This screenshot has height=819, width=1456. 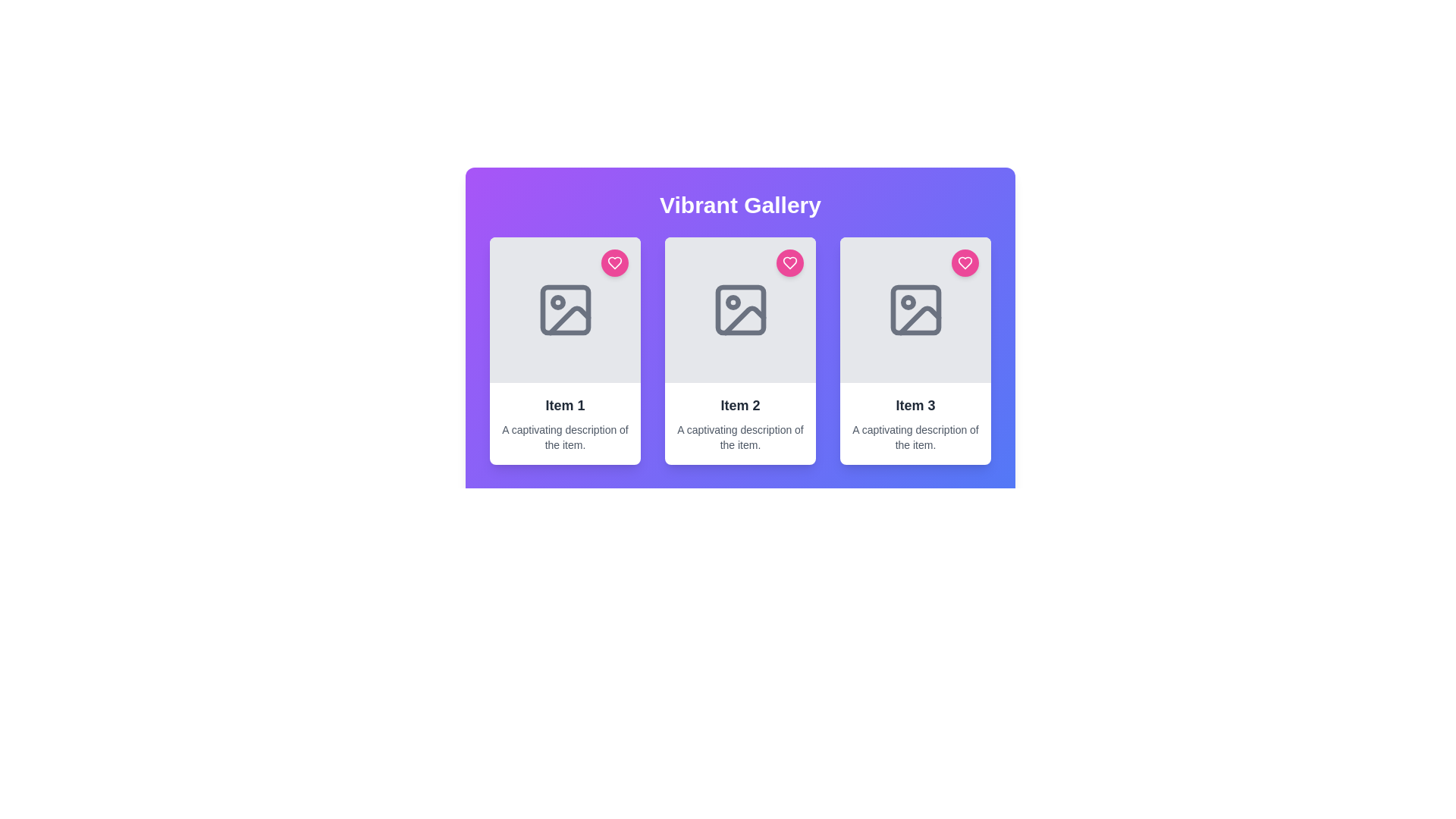 I want to click on the text element that reads 'A captivating description of the item.' which is styled in gray and positioned below the header 'Item 2' in the second card of the gallery, so click(x=740, y=438).